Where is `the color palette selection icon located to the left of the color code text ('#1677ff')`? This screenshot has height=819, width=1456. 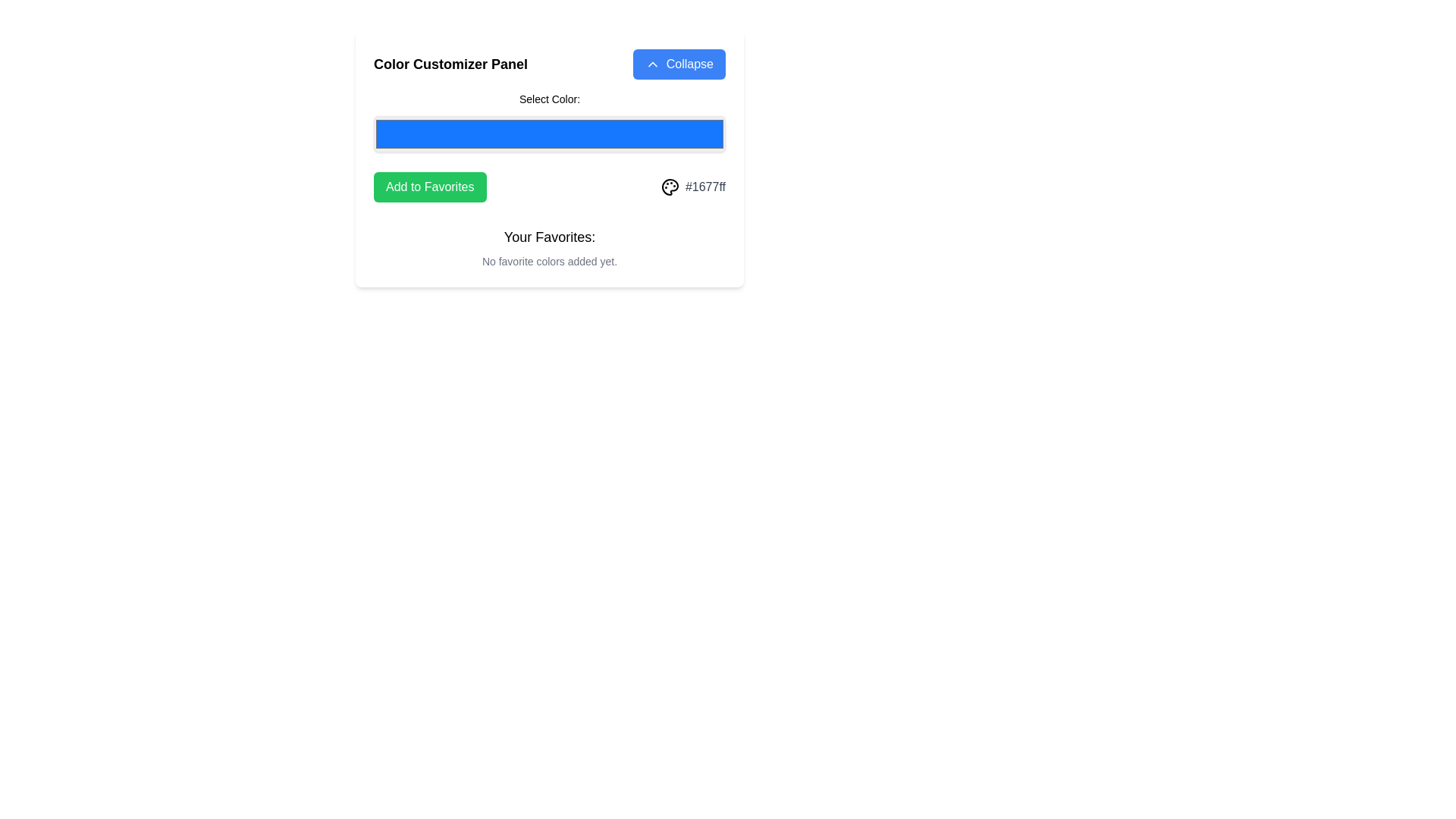
the color palette selection icon located to the left of the color code text ('#1677ff') is located at coordinates (669, 186).